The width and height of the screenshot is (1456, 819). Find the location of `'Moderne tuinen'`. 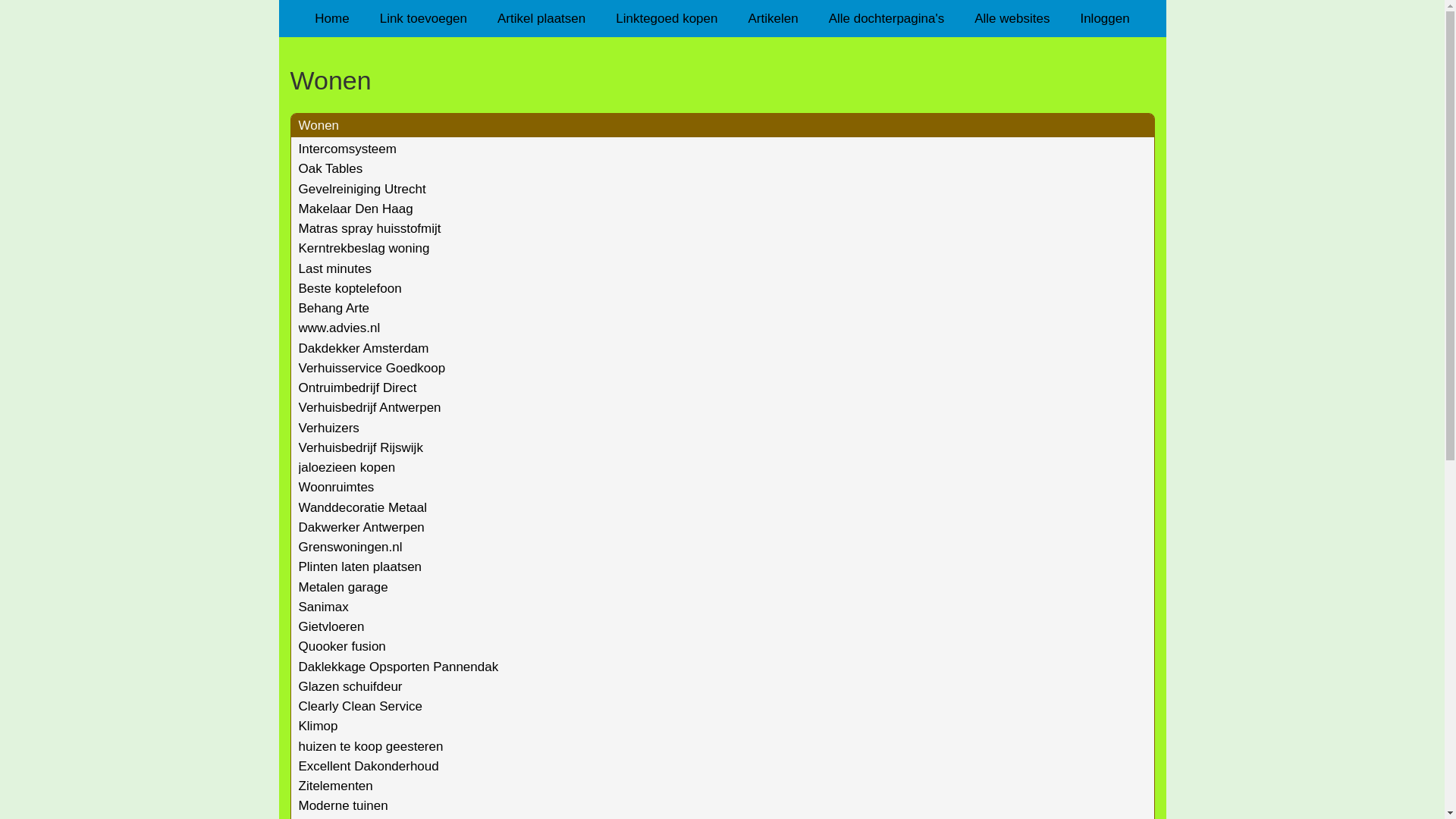

'Moderne tuinen' is located at coordinates (342, 805).